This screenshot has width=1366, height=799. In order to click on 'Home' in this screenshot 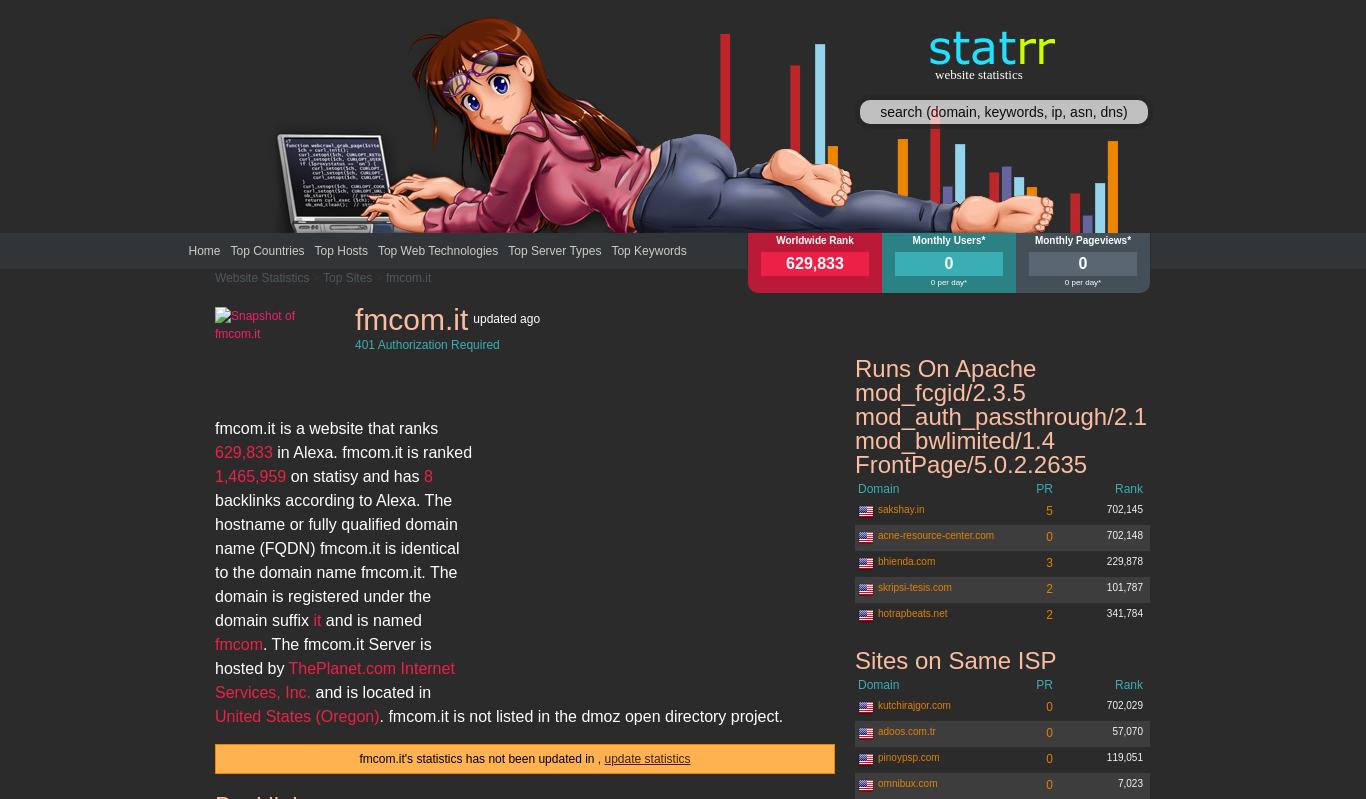, I will do `click(202, 250)`.